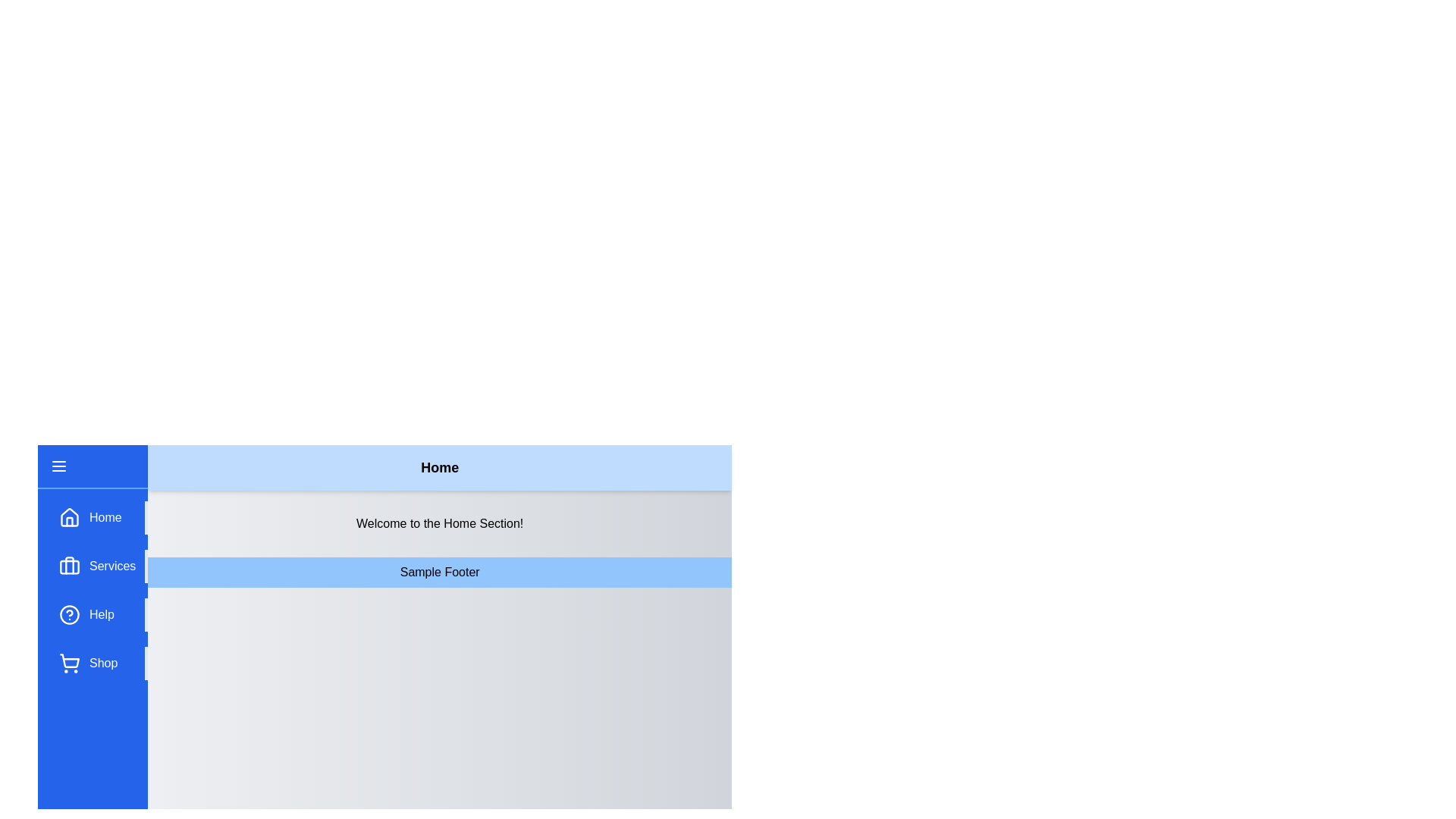 The image size is (1456, 819). I want to click on the menu icon, so click(58, 465).